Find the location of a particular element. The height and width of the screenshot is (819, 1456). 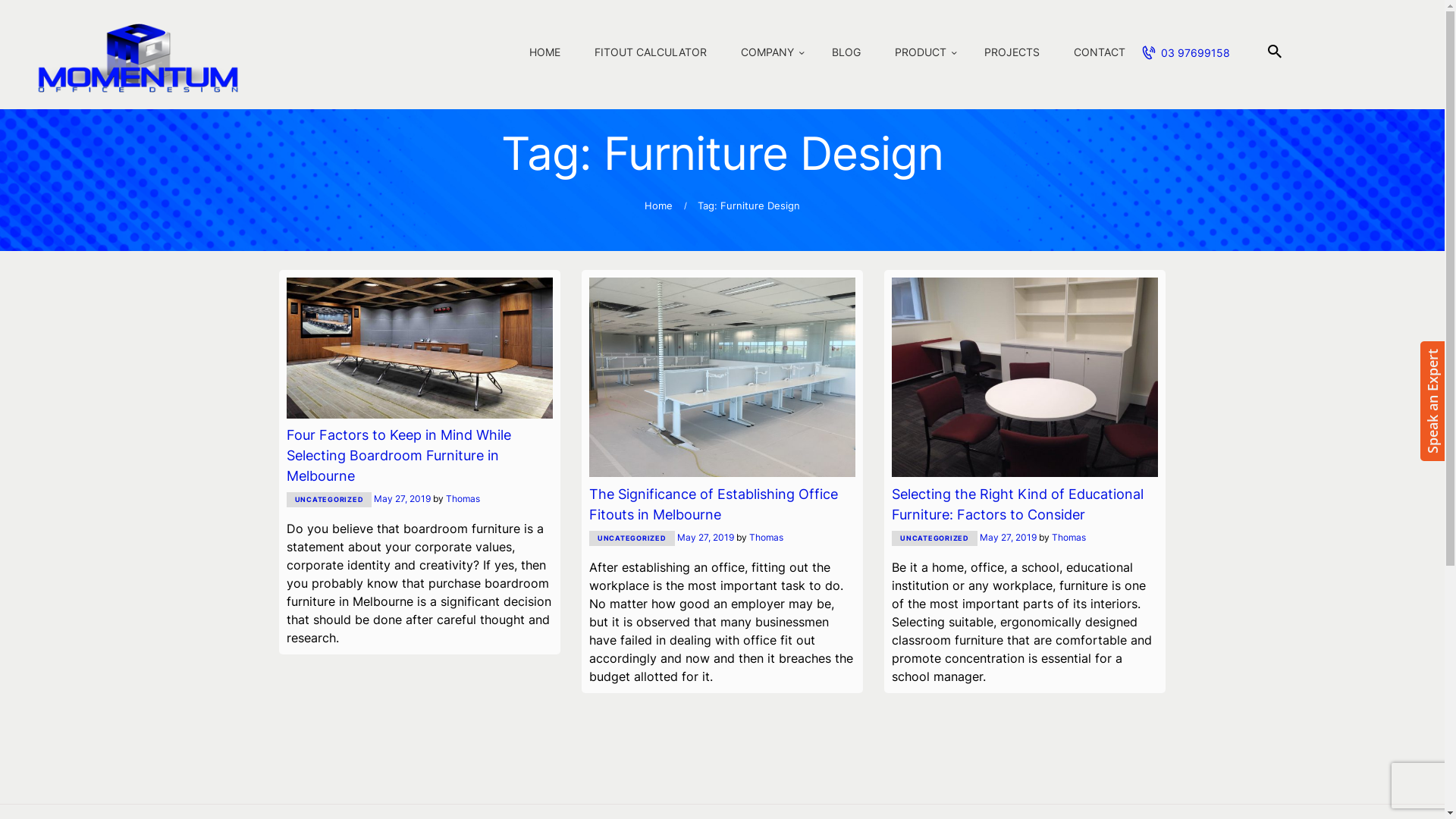

'May 27, 2019' is located at coordinates (402, 498).